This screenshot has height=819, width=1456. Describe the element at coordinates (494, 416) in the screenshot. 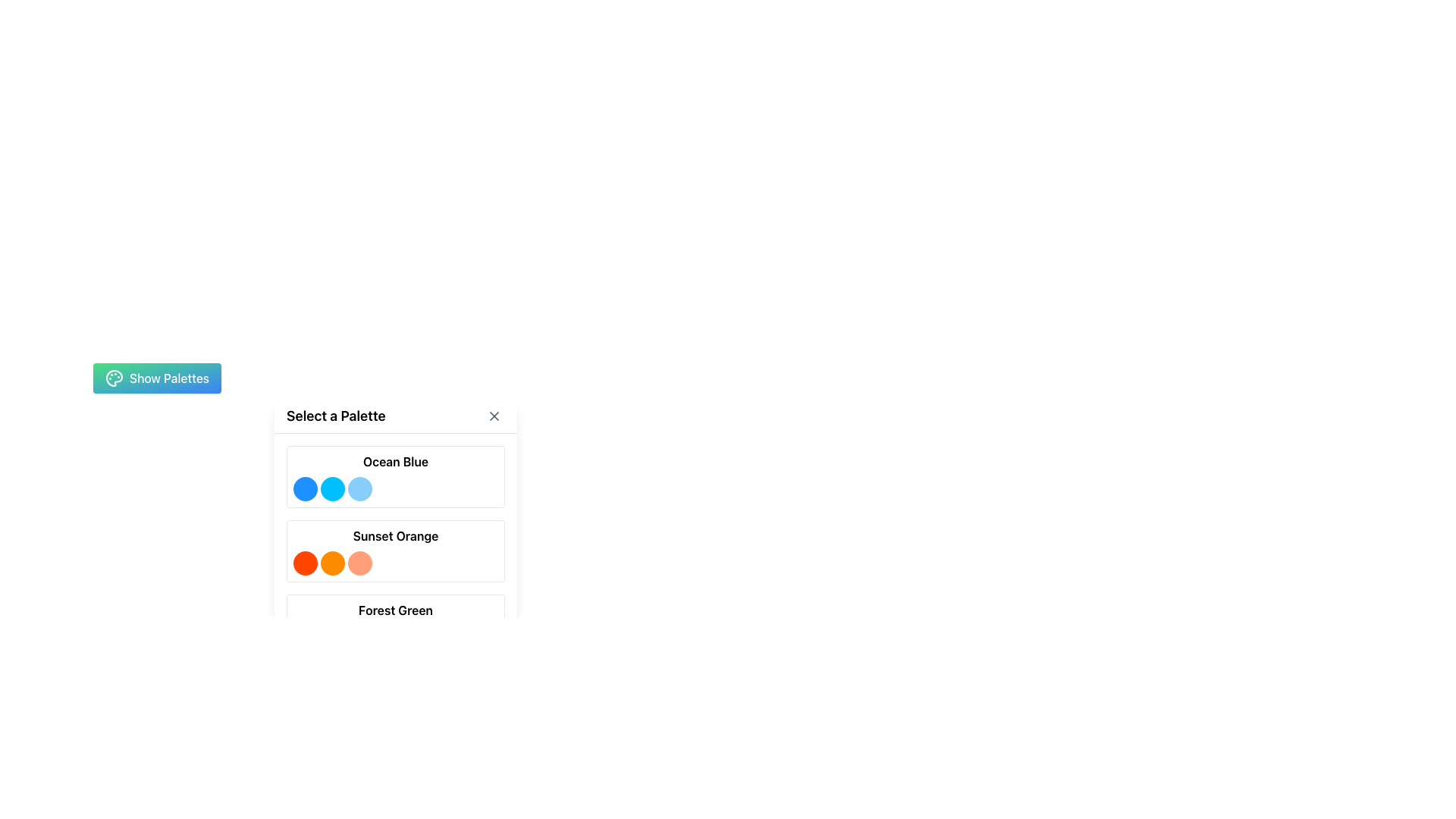

I see `the close button (icon button with an 'X' symbol) located at the top-right corner of the 'Select a Palette' section to trigger the hover effect` at that location.